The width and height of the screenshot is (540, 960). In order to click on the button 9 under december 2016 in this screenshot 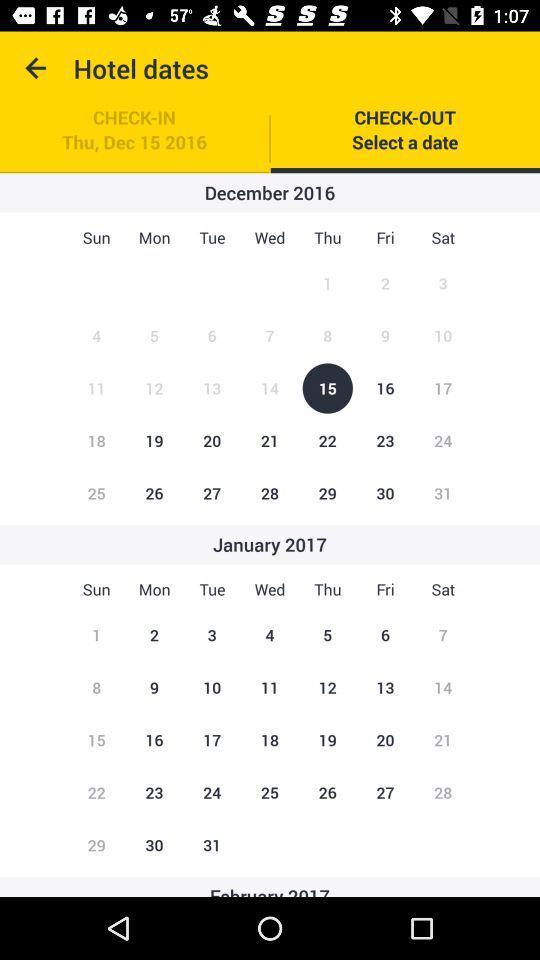, I will do `click(385, 336)`.